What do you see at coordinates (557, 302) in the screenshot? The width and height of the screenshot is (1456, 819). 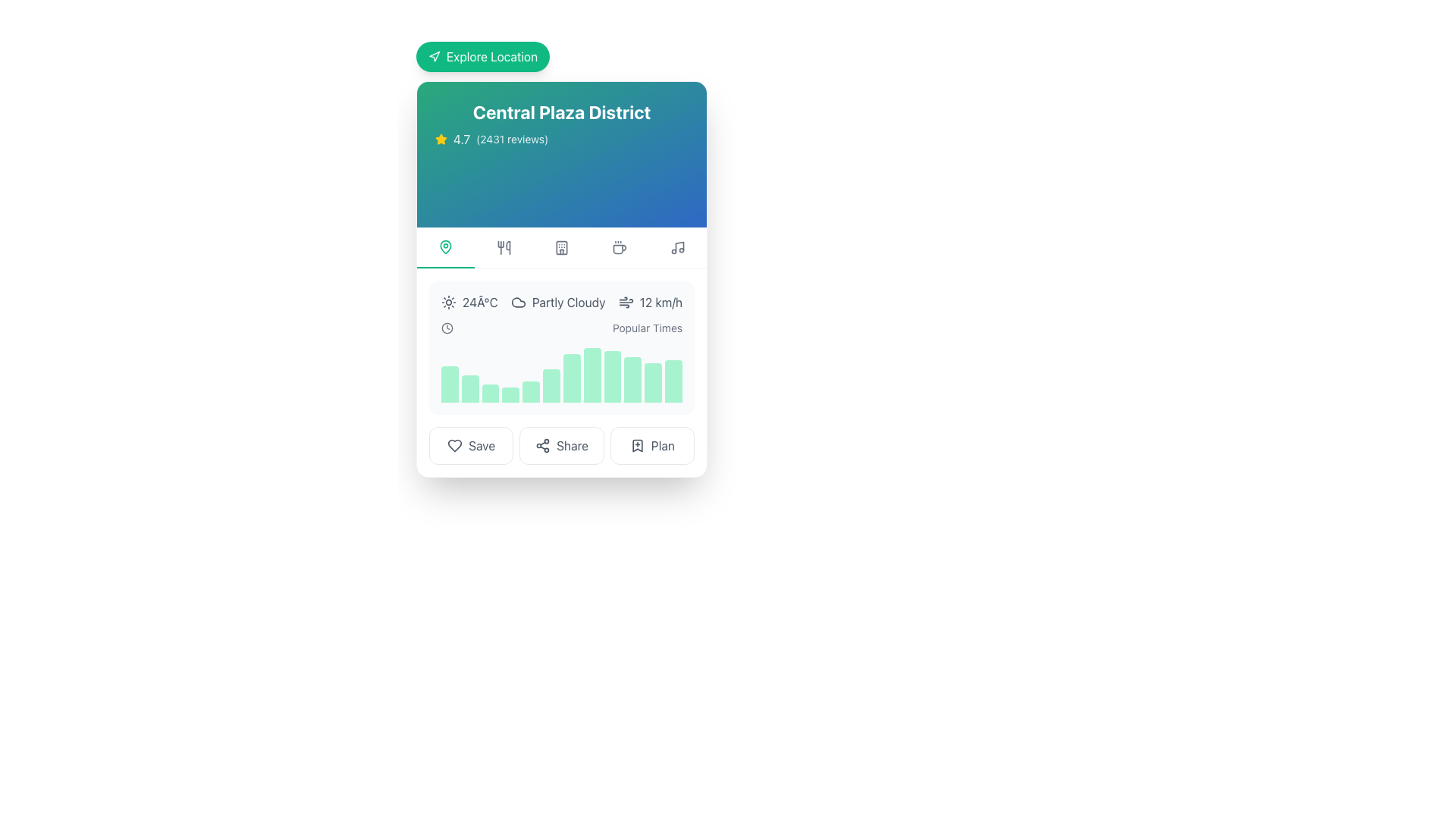 I see `the weather condition represented by the Label with Icon showing a cloud and the text 'Partly Cloudy', located in the weather status section under the 'Central Plaza District' card` at bounding box center [557, 302].